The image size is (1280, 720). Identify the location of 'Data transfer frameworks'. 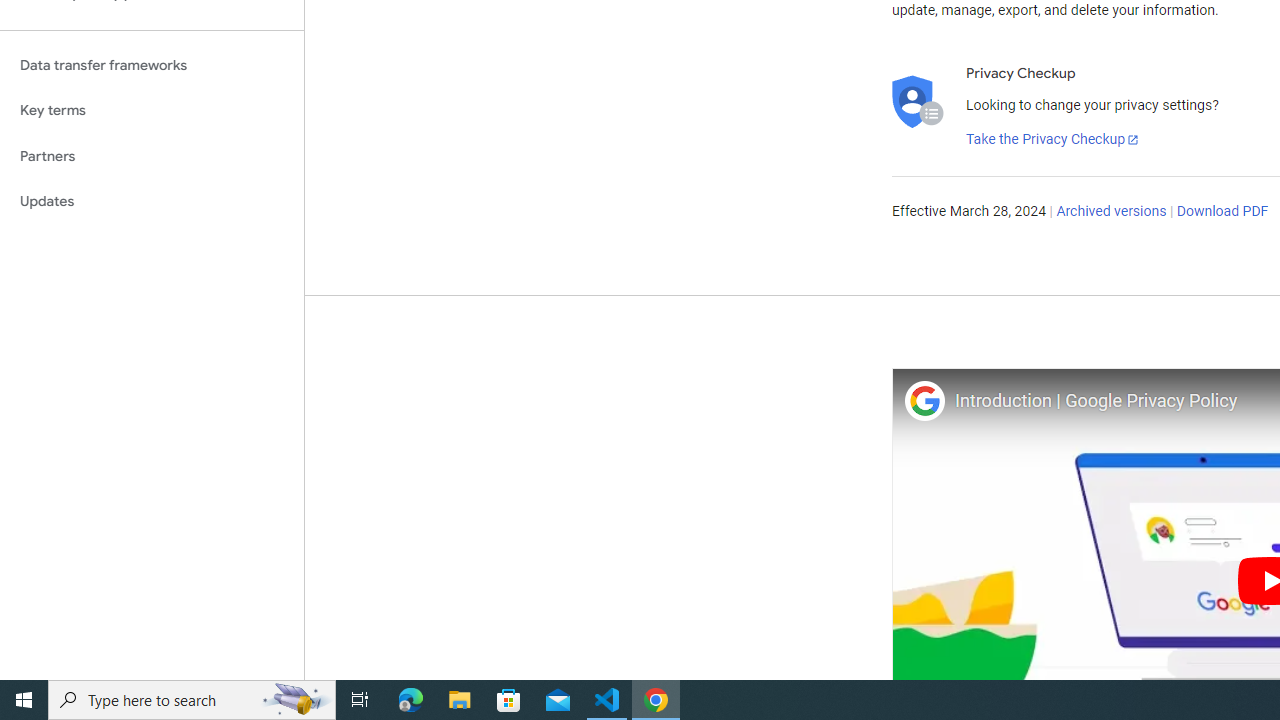
(151, 64).